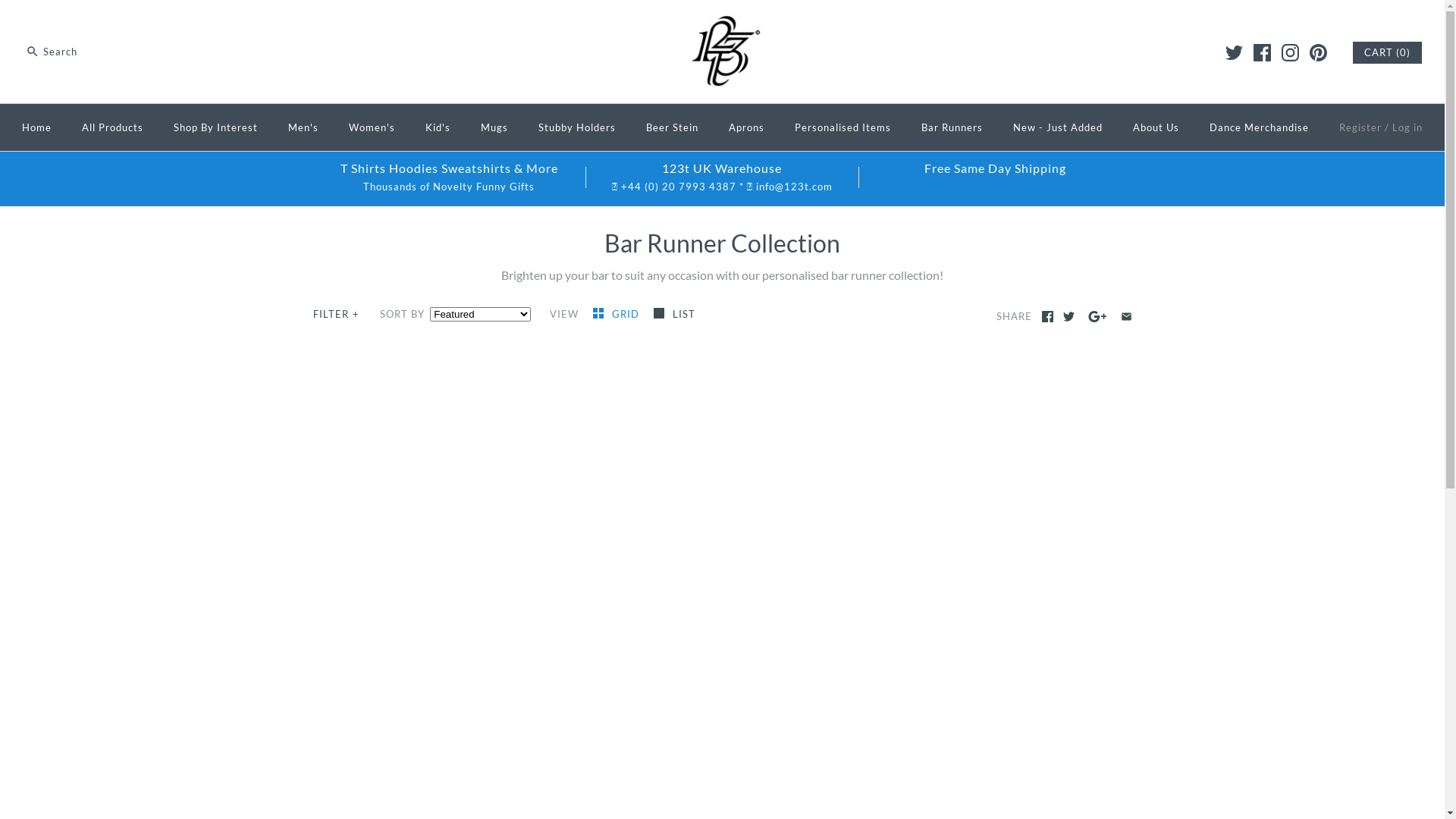  What do you see at coordinates (871, 725) in the screenshot?
I see `'Add to Cart'` at bounding box center [871, 725].